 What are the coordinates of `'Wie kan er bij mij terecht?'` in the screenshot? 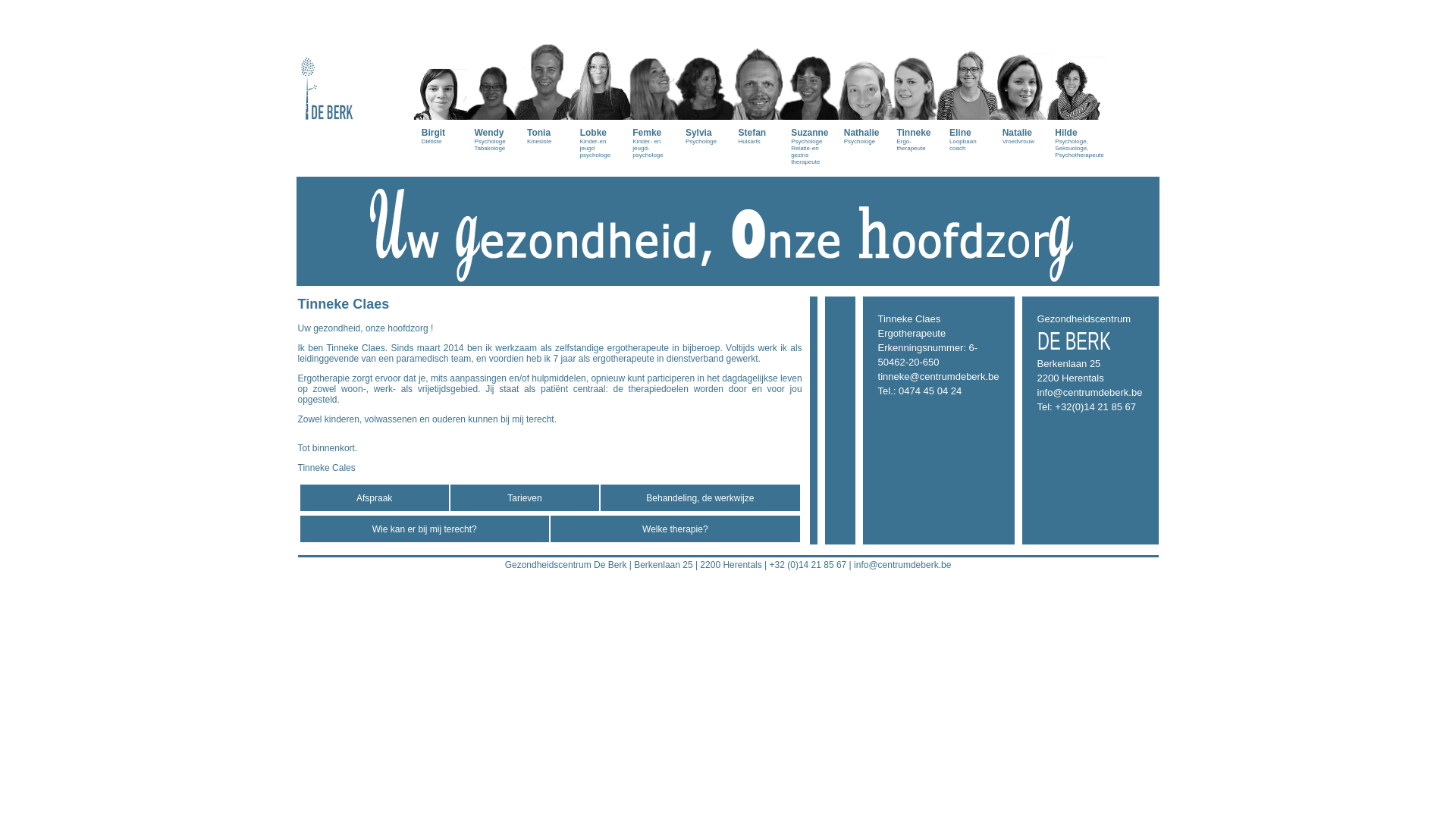 It's located at (425, 528).